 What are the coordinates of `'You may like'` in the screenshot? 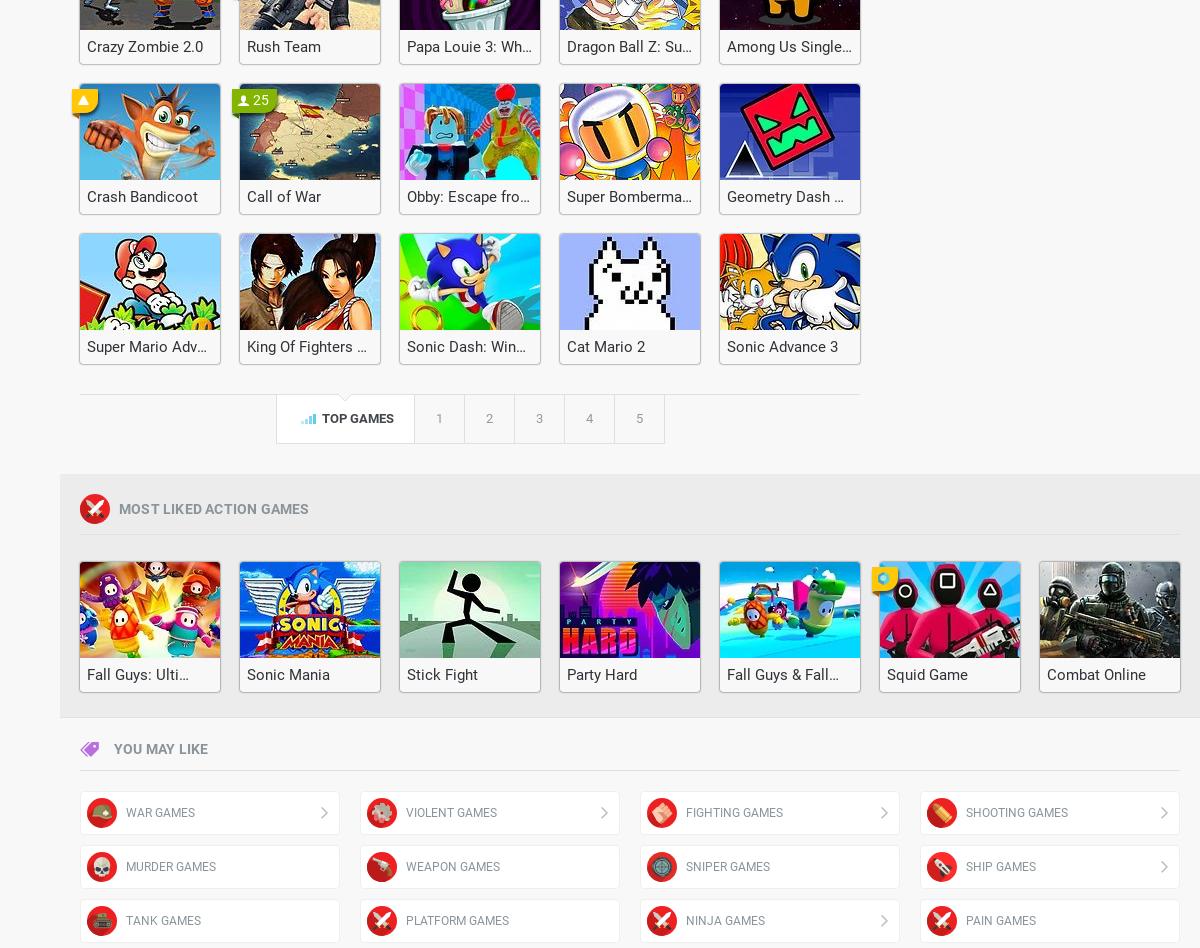 It's located at (160, 749).